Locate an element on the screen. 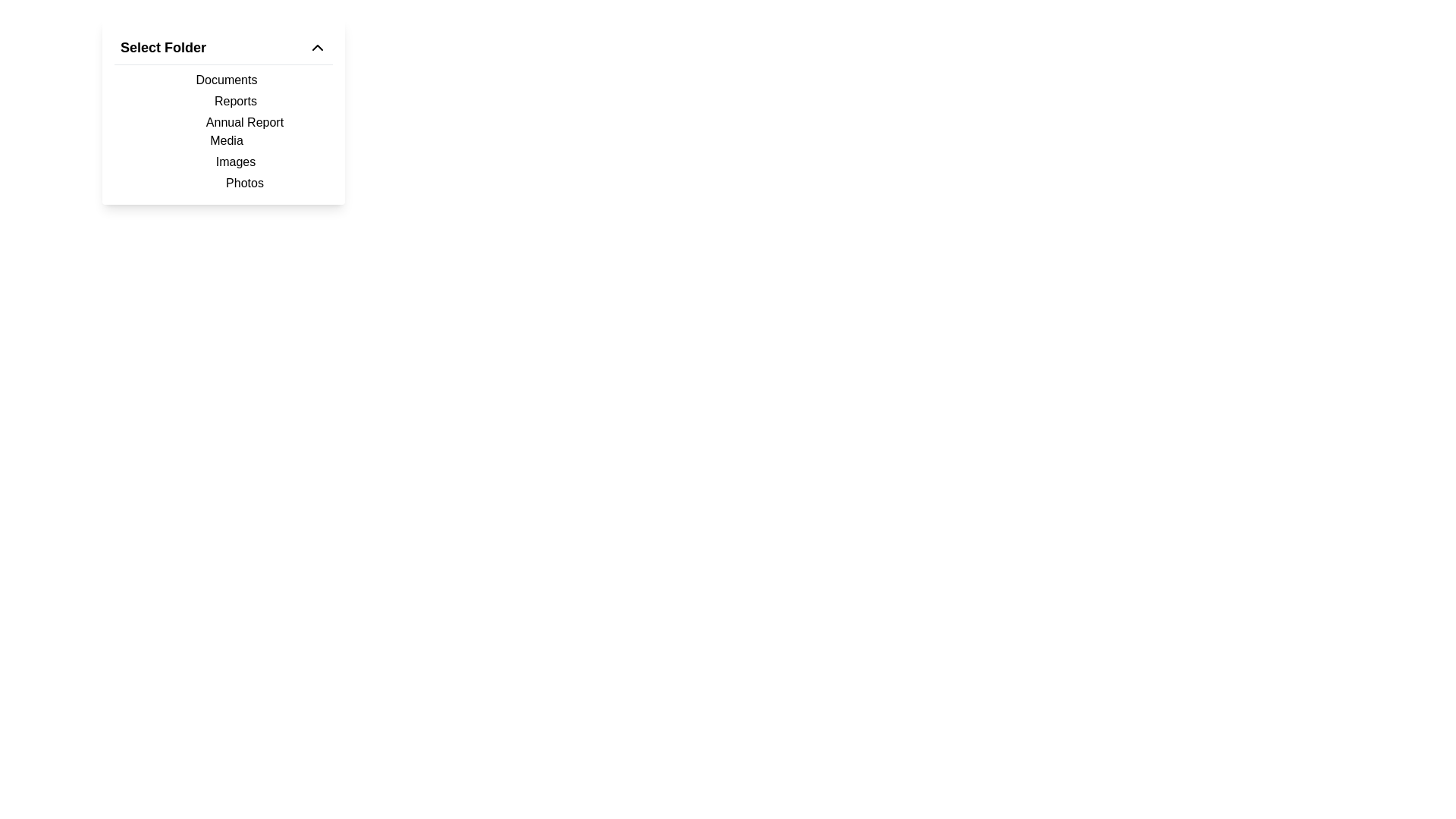 The height and width of the screenshot is (819, 1456). text from the 'Reports' and 'Annual Report' label located under the 'Documents' header in the dropdown menu is located at coordinates (225, 110).